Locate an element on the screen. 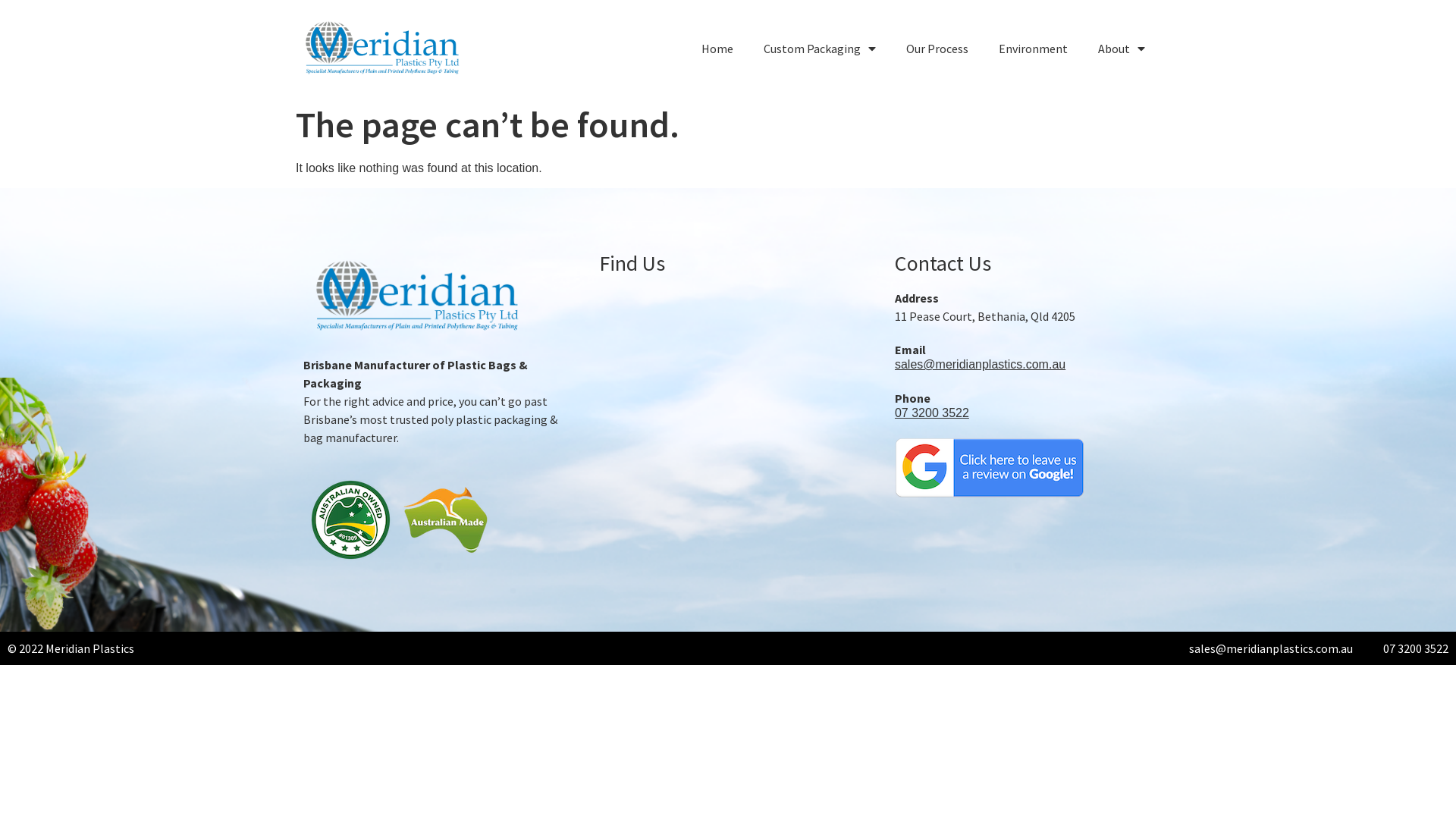  'Environment' is located at coordinates (1032, 48).